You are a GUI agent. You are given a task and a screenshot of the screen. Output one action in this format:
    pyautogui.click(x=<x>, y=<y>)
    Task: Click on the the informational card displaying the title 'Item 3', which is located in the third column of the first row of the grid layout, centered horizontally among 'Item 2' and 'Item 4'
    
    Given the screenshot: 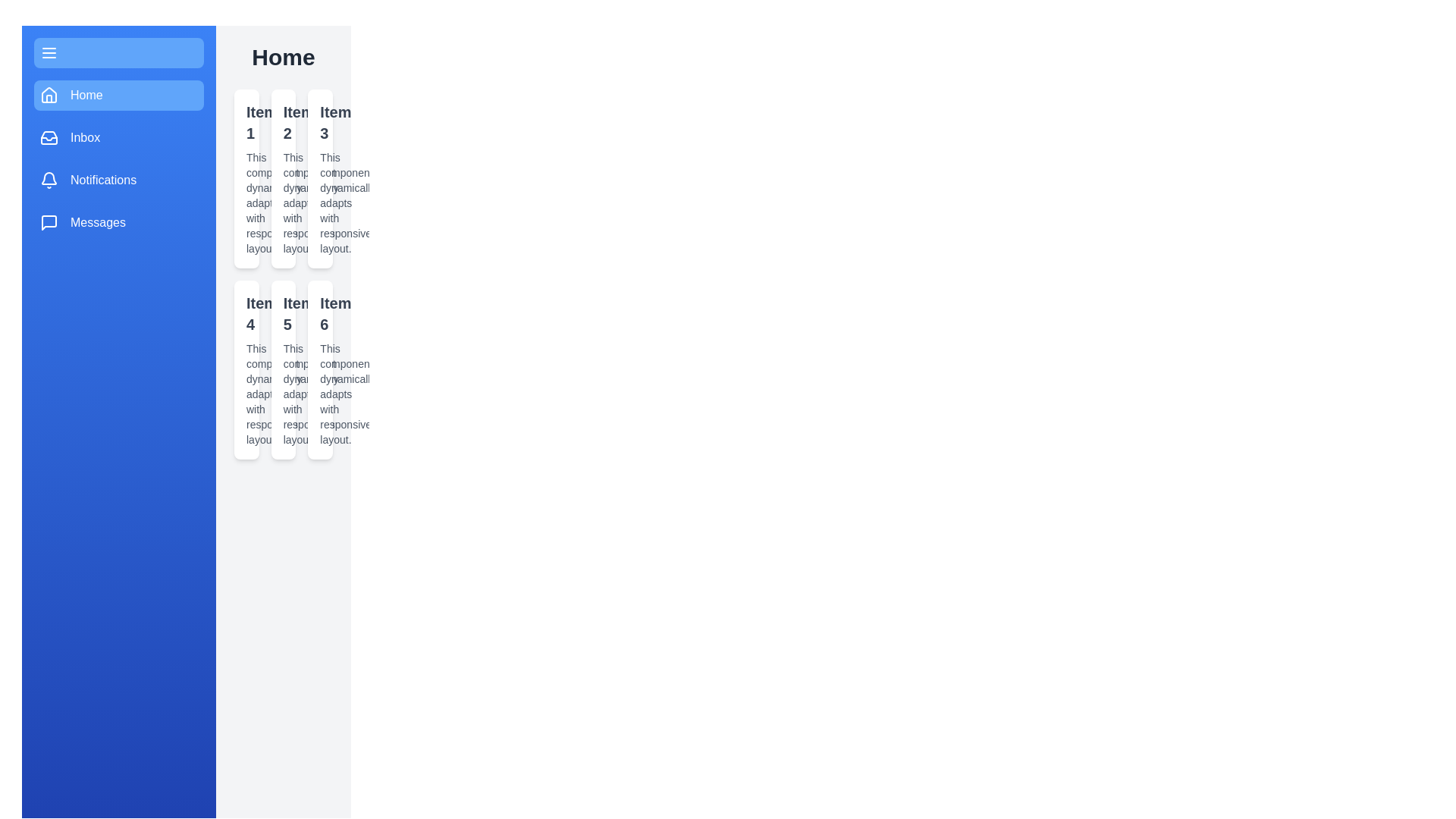 What is the action you would take?
    pyautogui.click(x=319, y=177)
    